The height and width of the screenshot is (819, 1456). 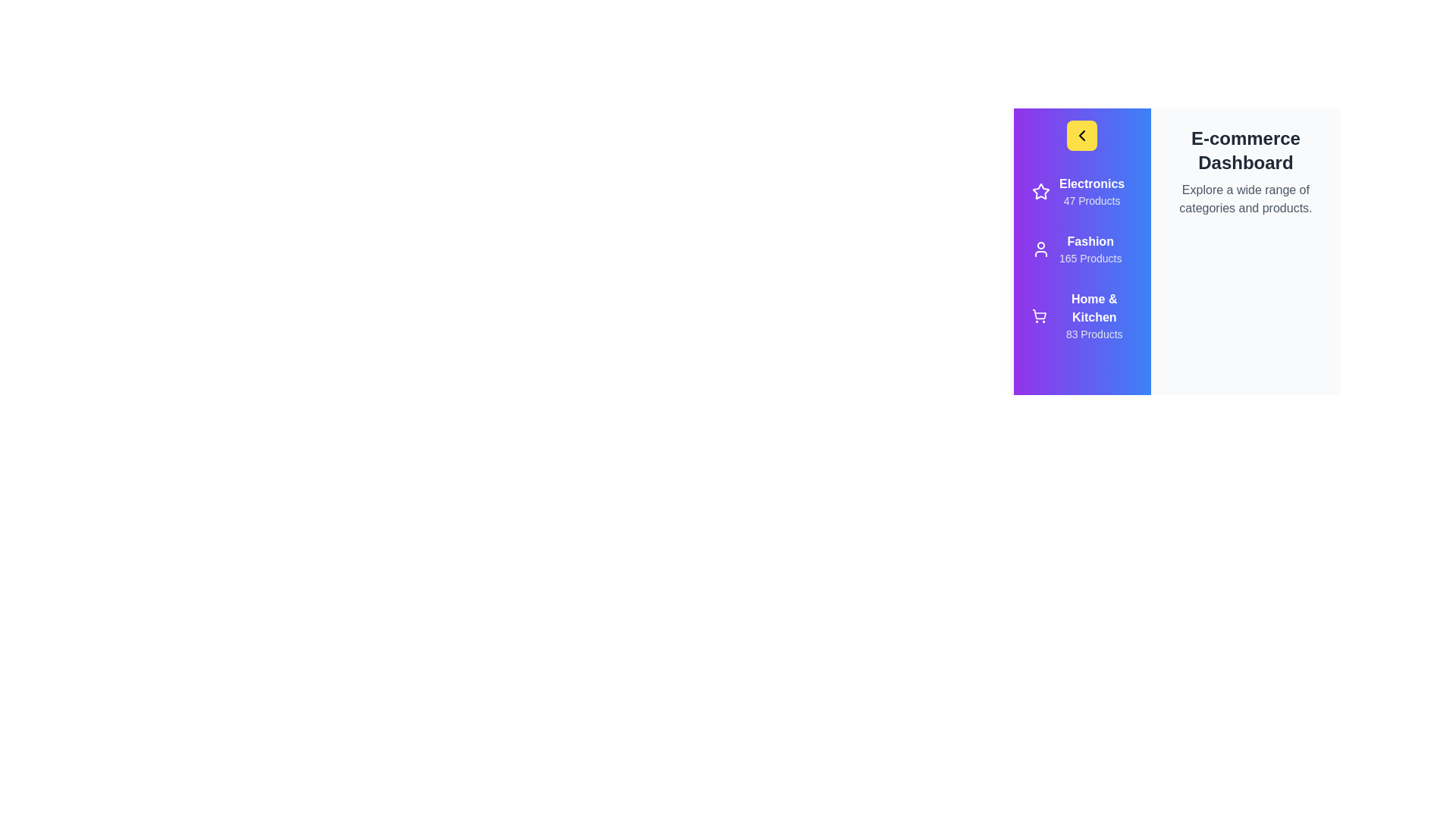 I want to click on the category Electronics to select it, so click(x=1081, y=191).